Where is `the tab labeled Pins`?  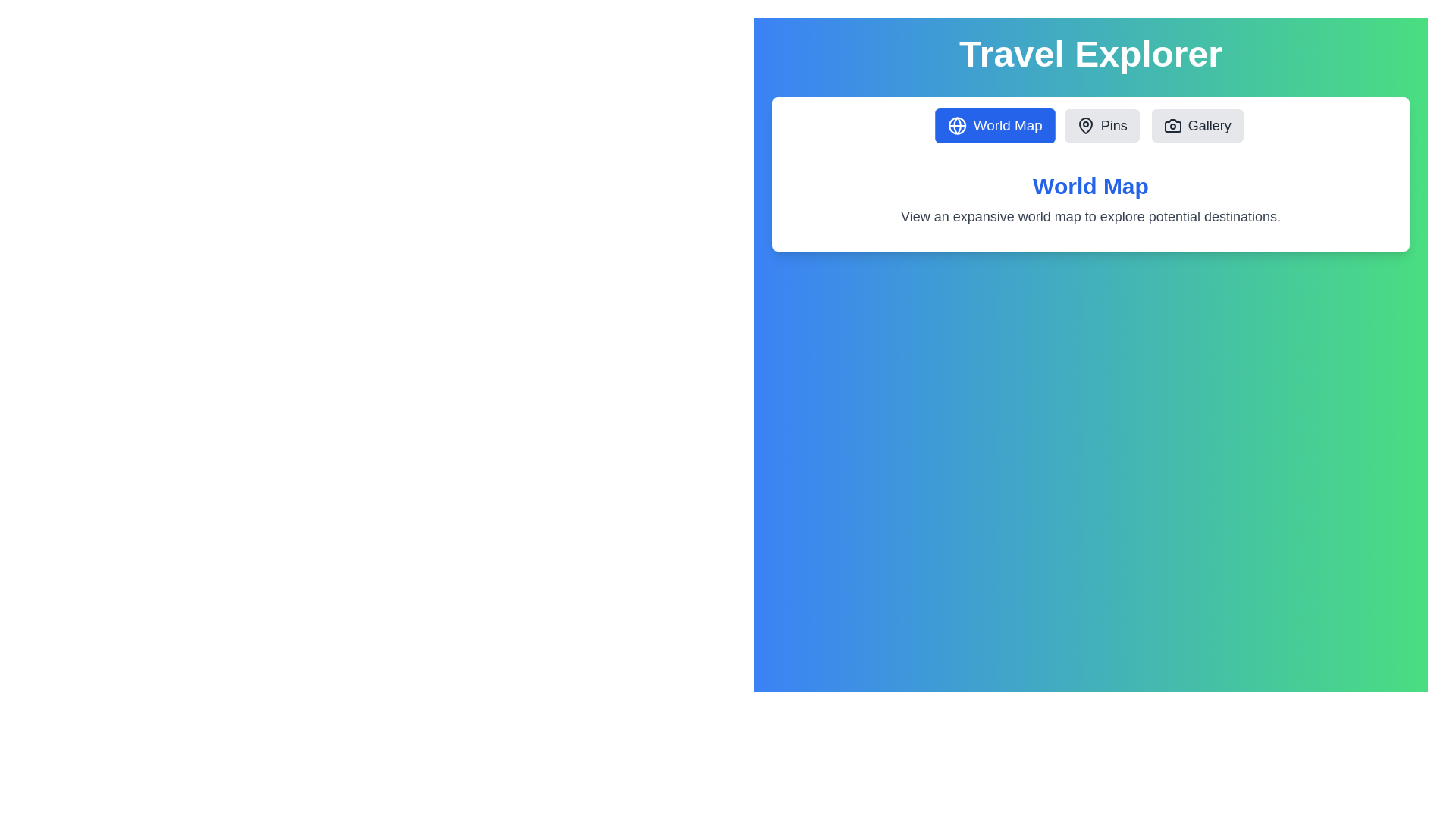
the tab labeled Pins is located at coordinates (1102, 124).